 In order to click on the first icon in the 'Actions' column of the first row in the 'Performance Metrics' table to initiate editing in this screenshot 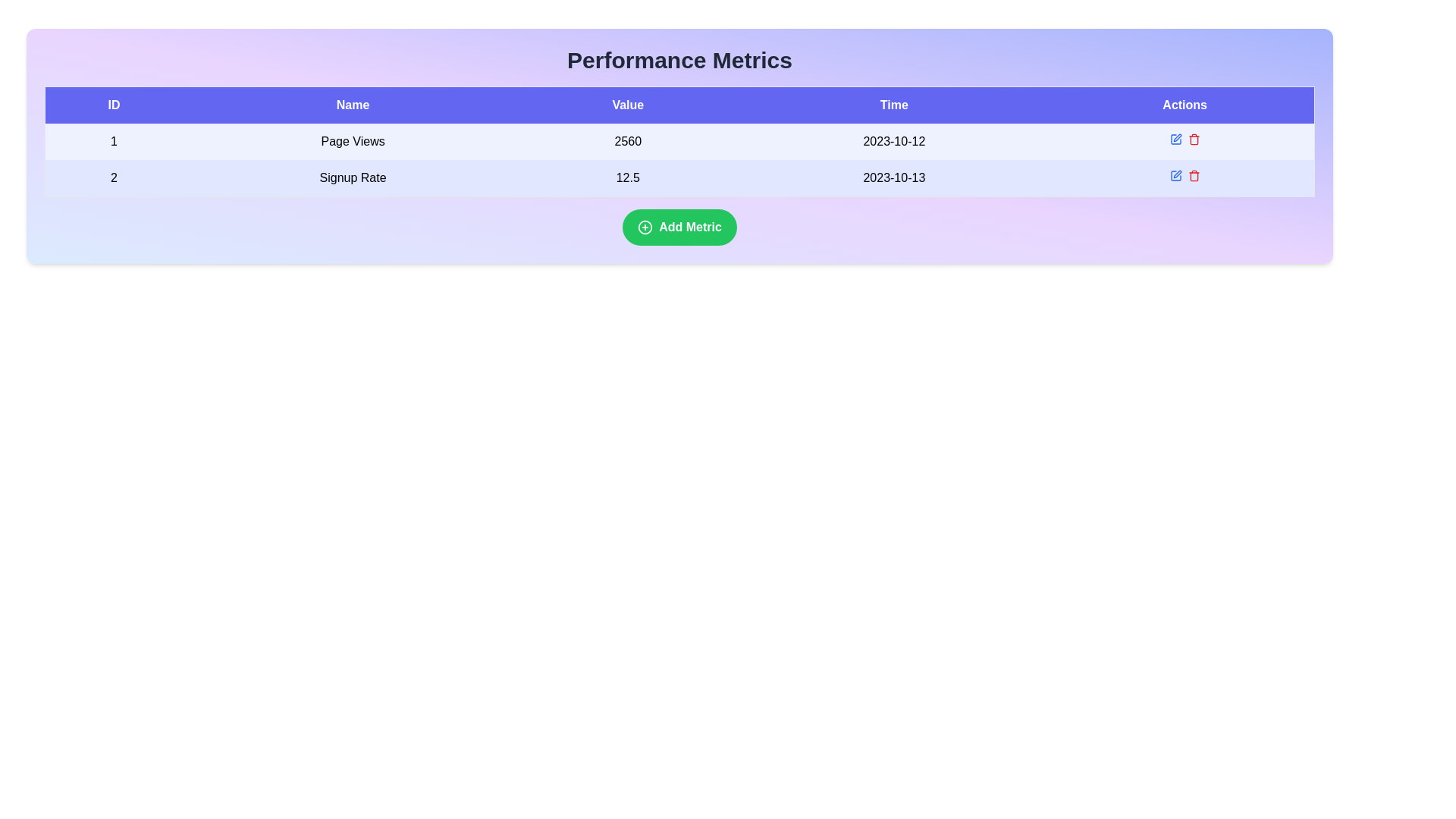, I will do `click(1175, 140)`.